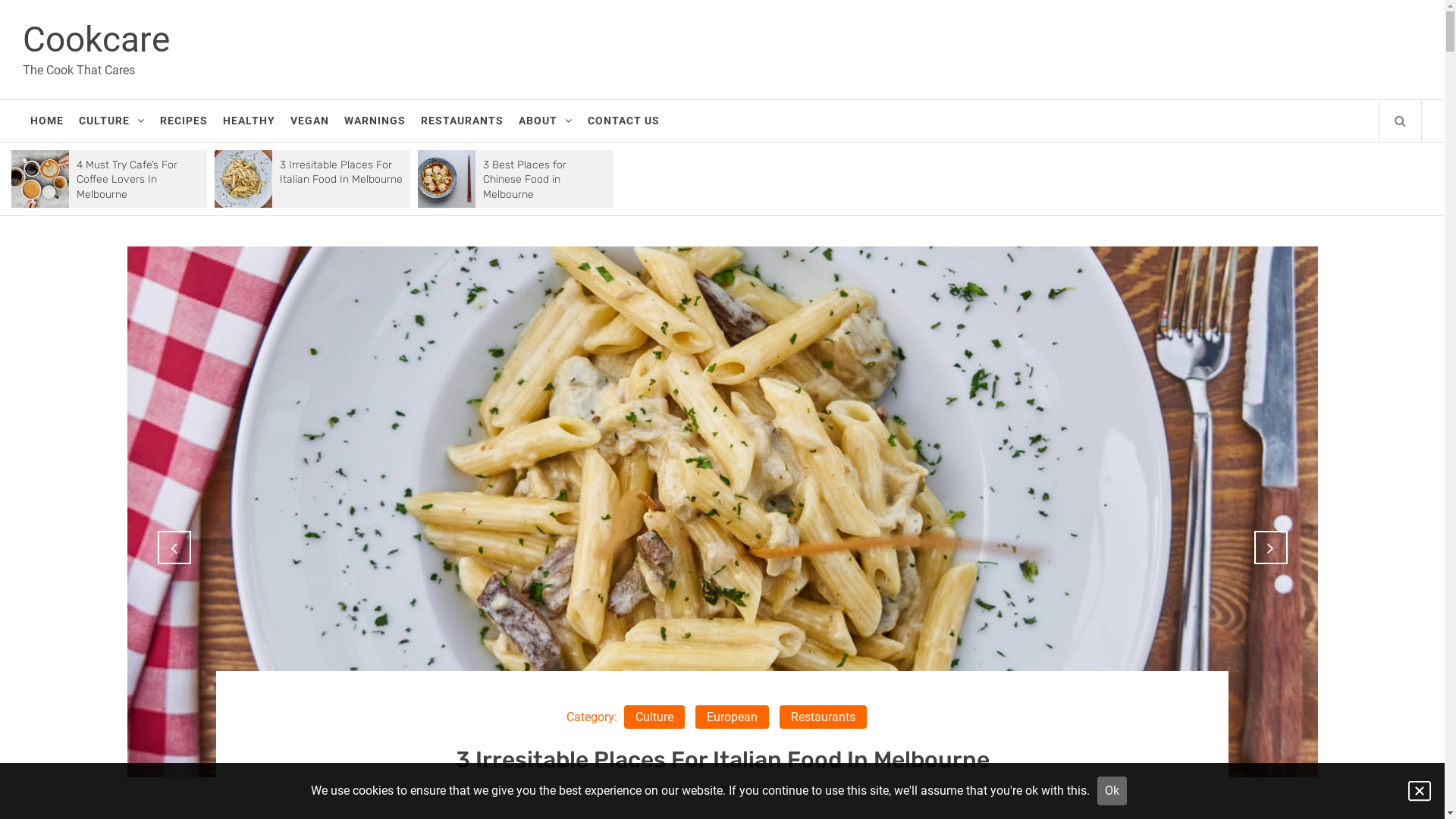  I want to click on 'Cookcare', so click(95, 38).